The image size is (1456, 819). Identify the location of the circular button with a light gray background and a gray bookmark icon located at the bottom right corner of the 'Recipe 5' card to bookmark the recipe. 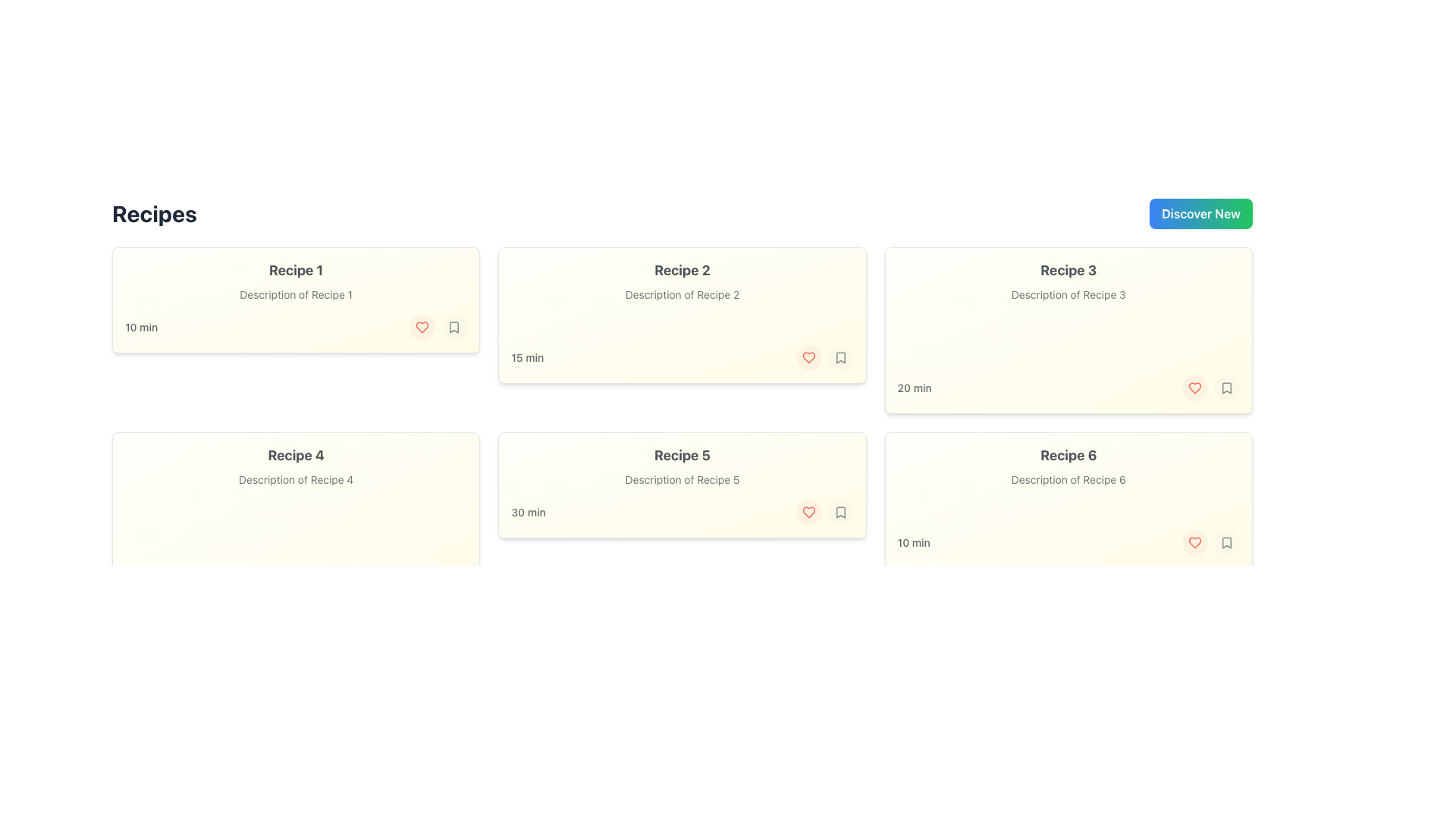
(839, 512).